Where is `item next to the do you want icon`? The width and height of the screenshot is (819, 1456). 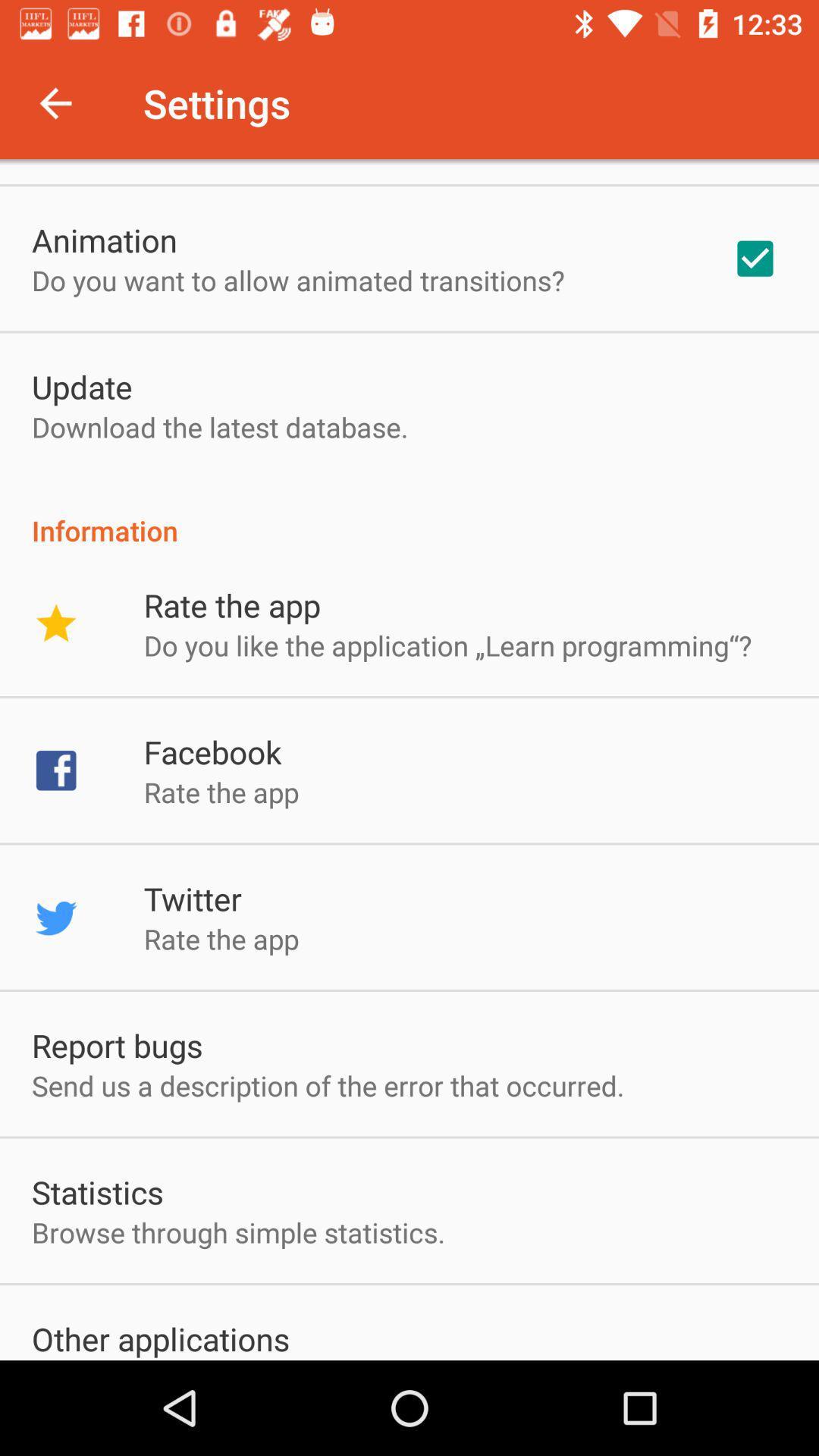
item next to the do you want icon is located at coordinates (755, 259).